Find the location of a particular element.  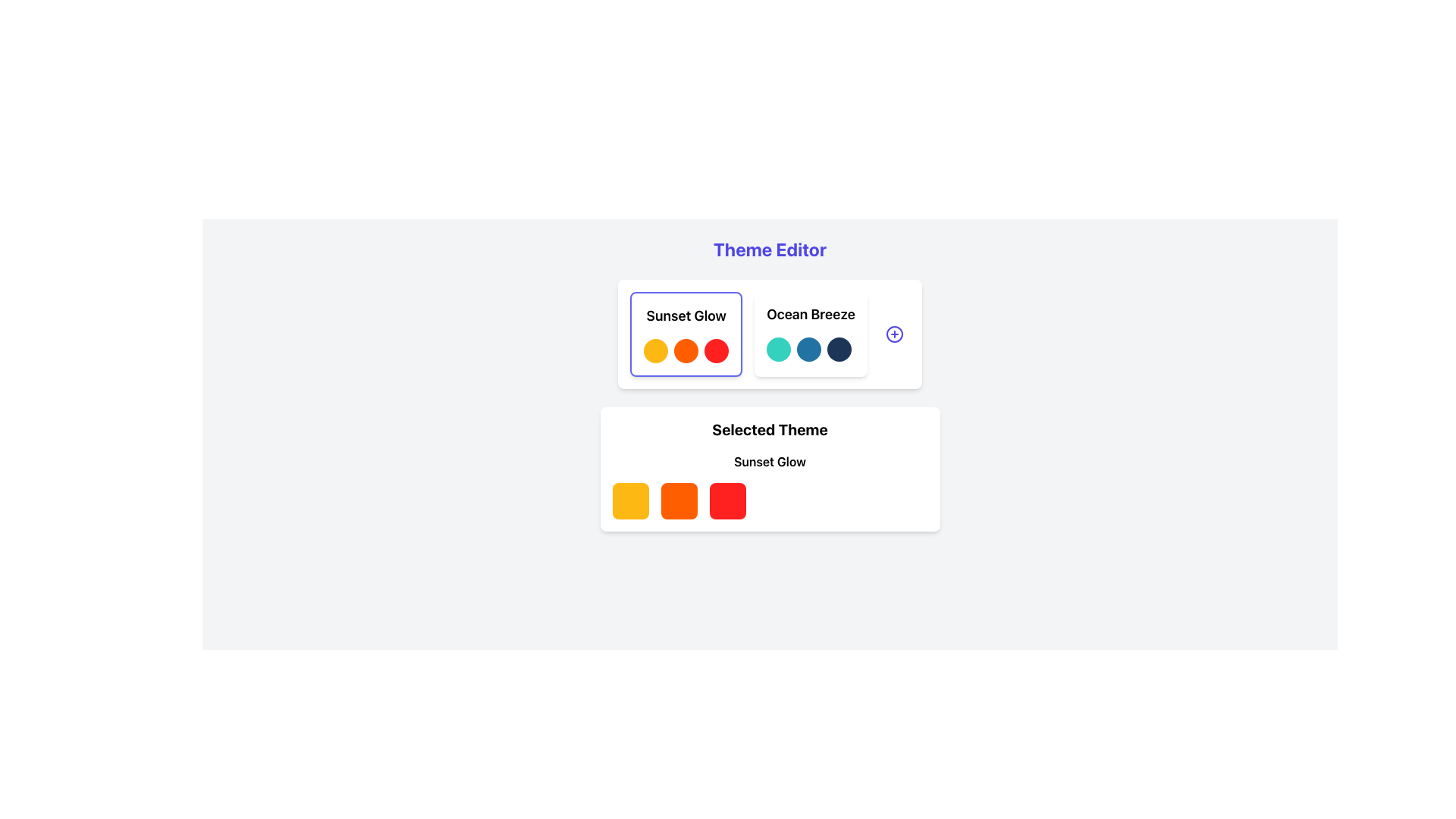

displayed text from the Information display panel, which visually presents the currently selected theme and its colors, located centrally below the 'Theme Editor' title is located at coordinates (770, 468).